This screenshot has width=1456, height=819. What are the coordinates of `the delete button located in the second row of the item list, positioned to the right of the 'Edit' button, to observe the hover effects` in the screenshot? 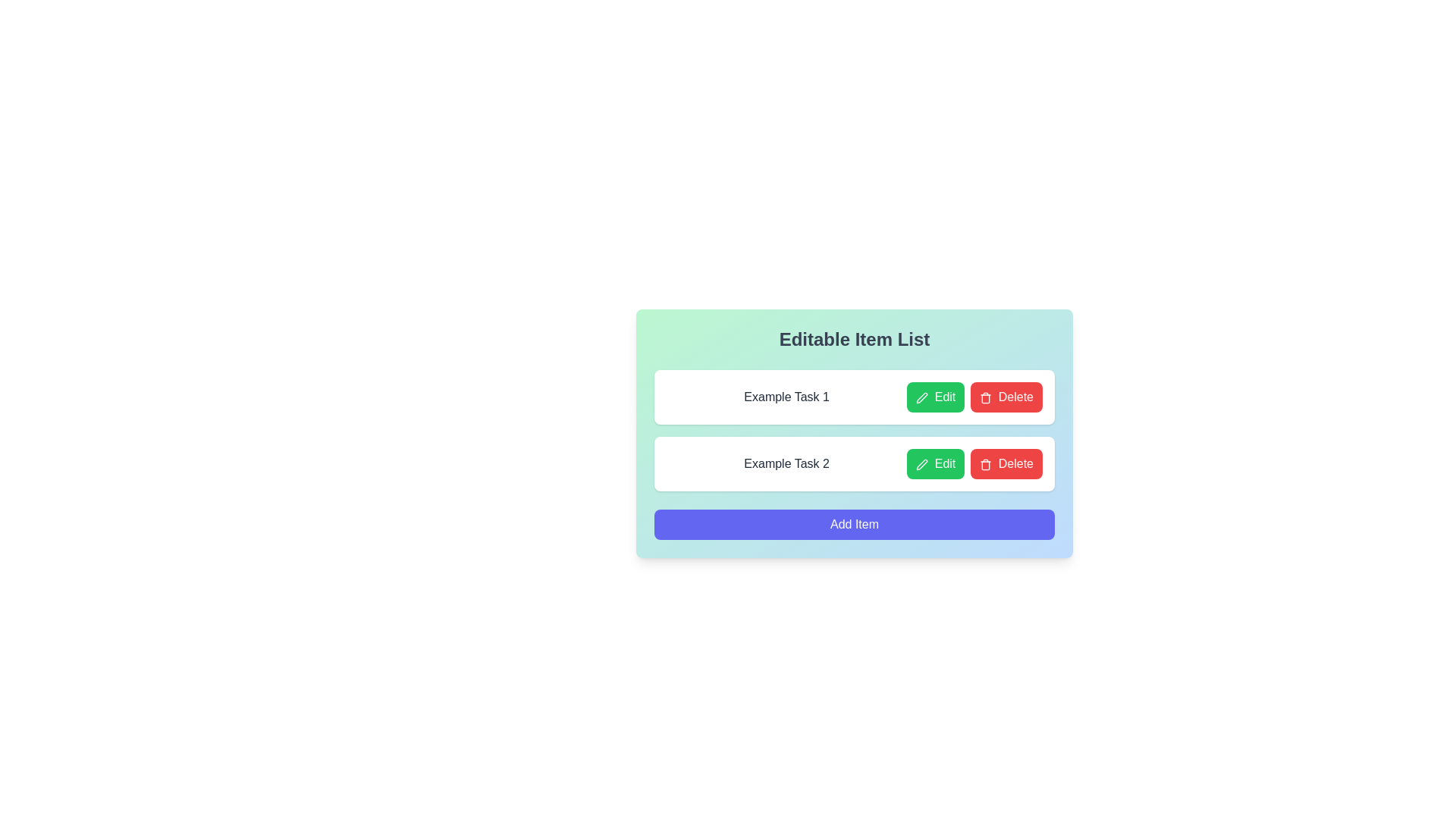 It's located at (1006, 463).